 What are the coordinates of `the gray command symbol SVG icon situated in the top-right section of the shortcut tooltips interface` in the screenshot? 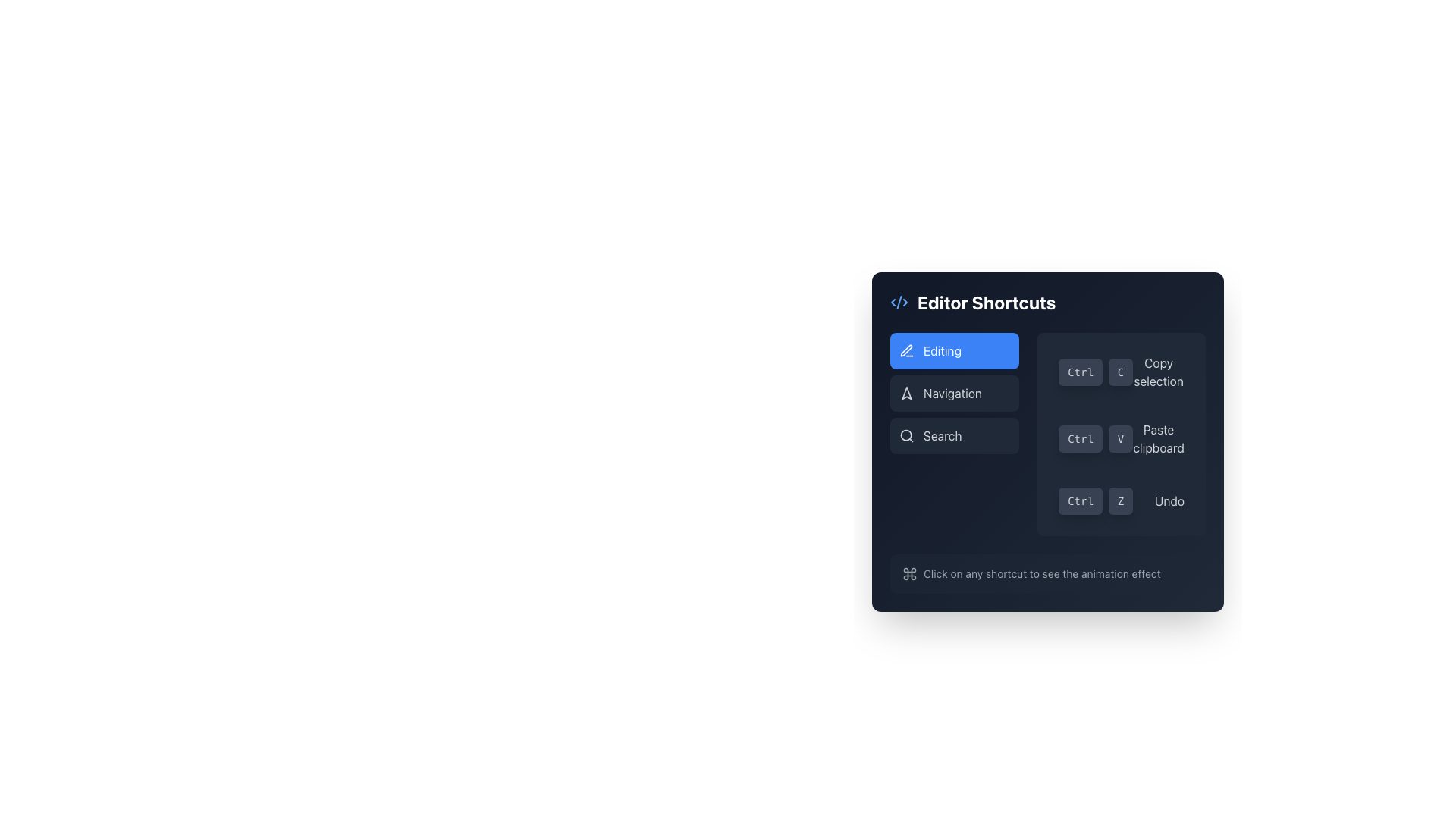 It's located at (910, 573).